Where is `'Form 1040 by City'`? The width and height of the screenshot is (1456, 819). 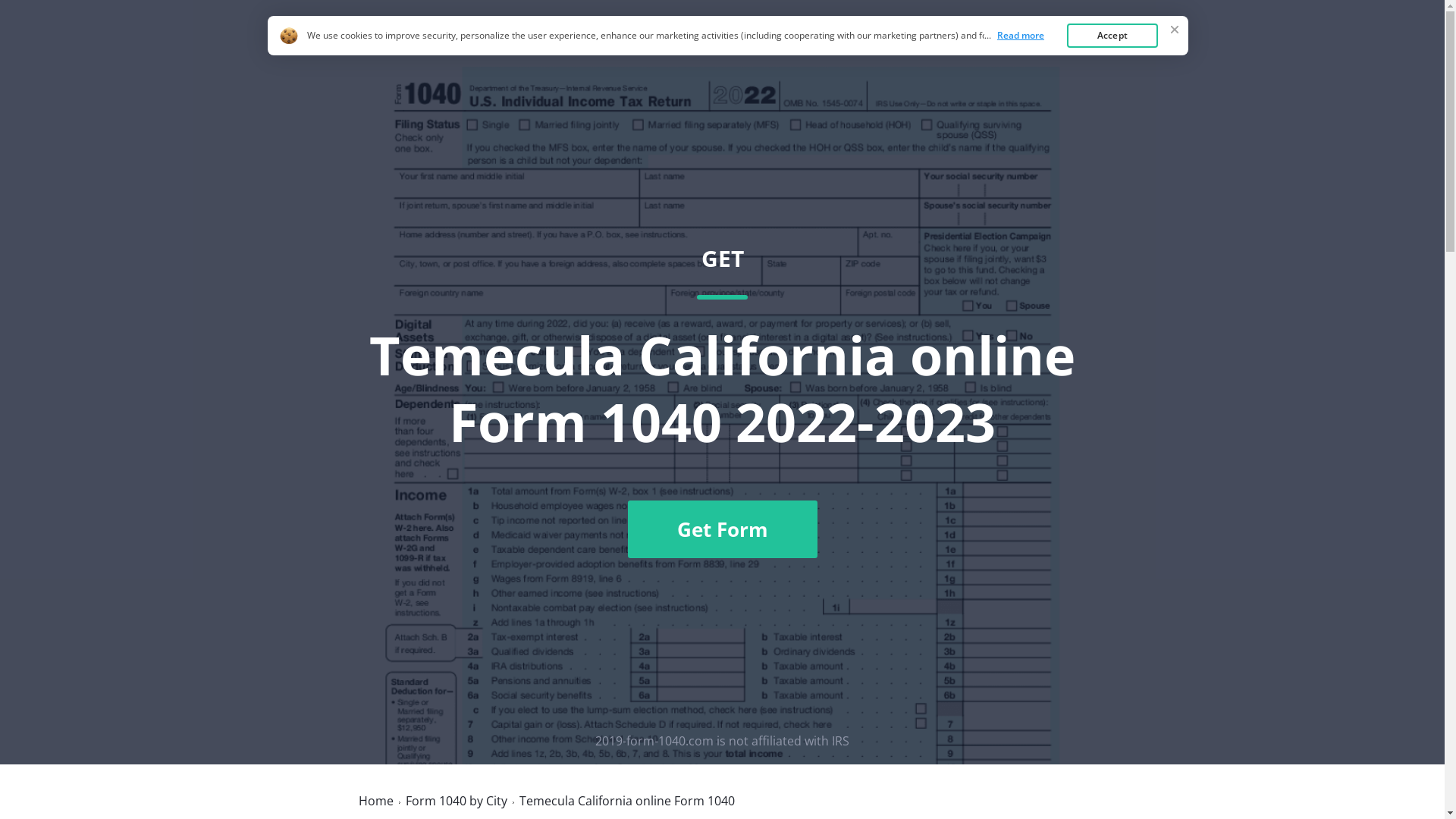 'Form 1040 by City' is located at coordinates (404, 800).